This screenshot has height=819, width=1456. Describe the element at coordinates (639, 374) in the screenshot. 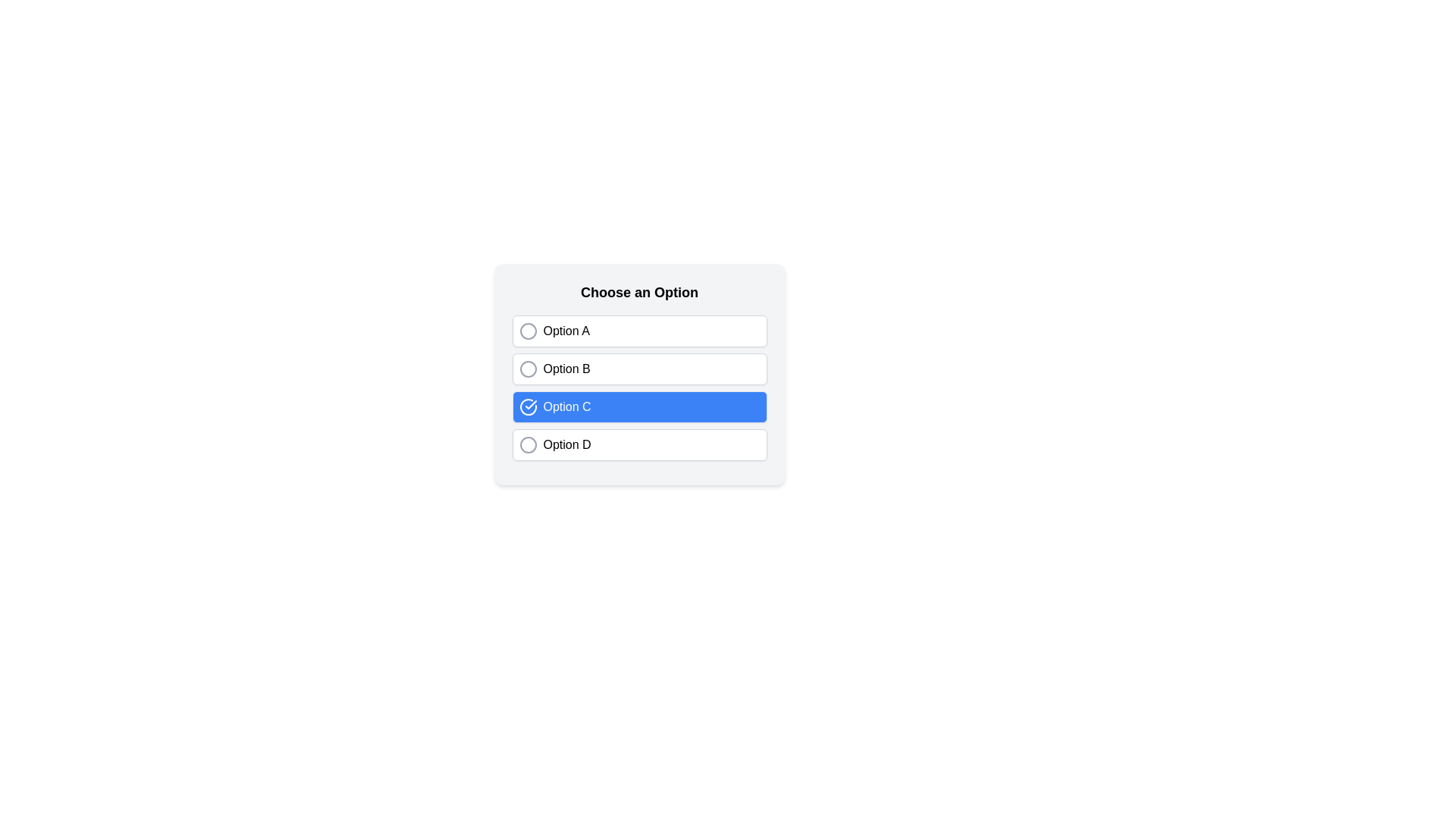

I see `the radio button labeled 'Option B'` at that location.